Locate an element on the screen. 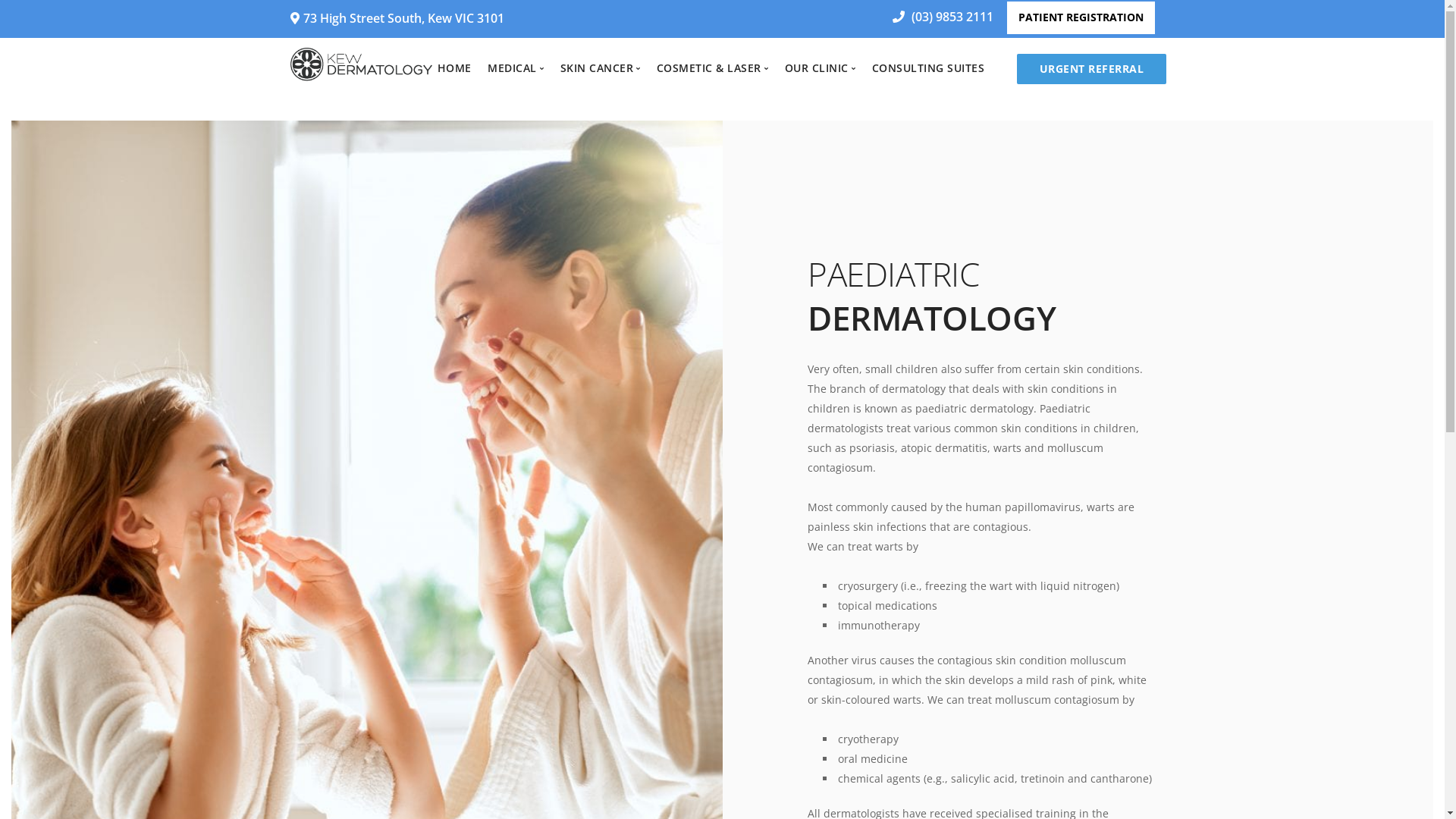 This screenshot has width=1456, height=819. 'OUR CLINIC' is located at coordinates (785, 67).